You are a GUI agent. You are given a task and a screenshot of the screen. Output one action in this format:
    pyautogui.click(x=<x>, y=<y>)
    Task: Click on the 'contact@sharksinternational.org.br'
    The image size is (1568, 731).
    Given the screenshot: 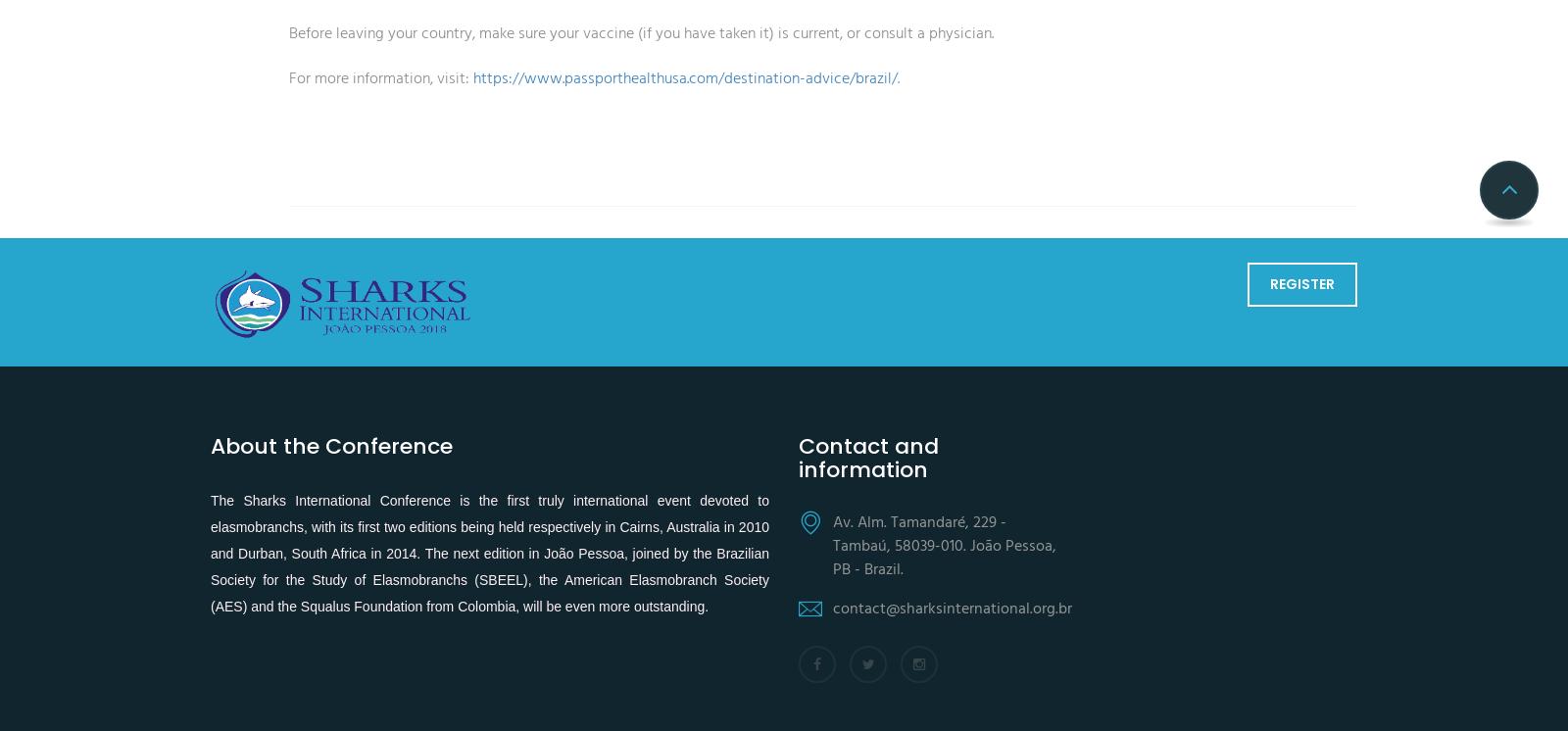 What is the action you would take?
    pyautogui.click(x=831, y=608)
    